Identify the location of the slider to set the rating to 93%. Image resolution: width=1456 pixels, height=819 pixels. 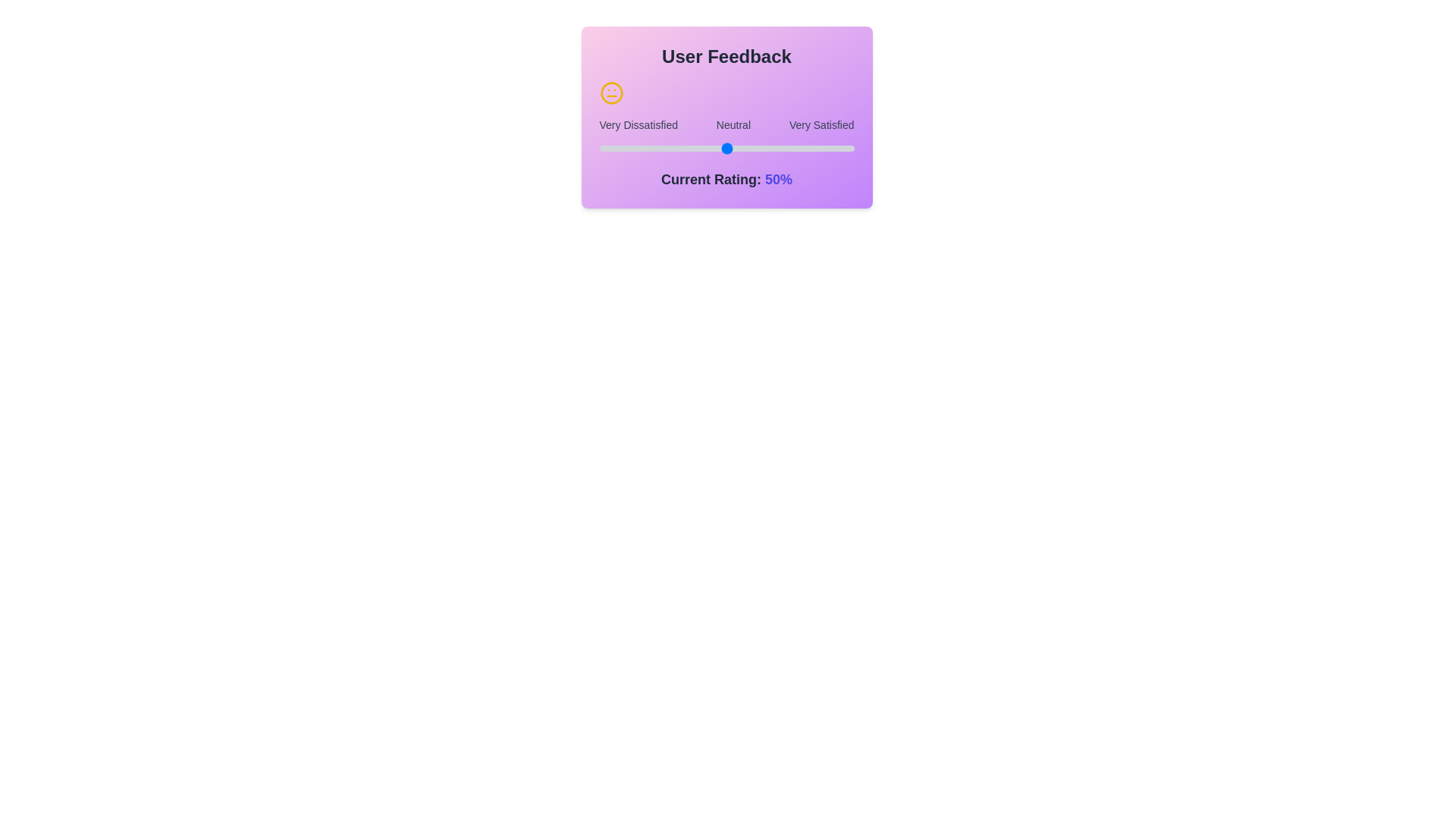
(836, 149).